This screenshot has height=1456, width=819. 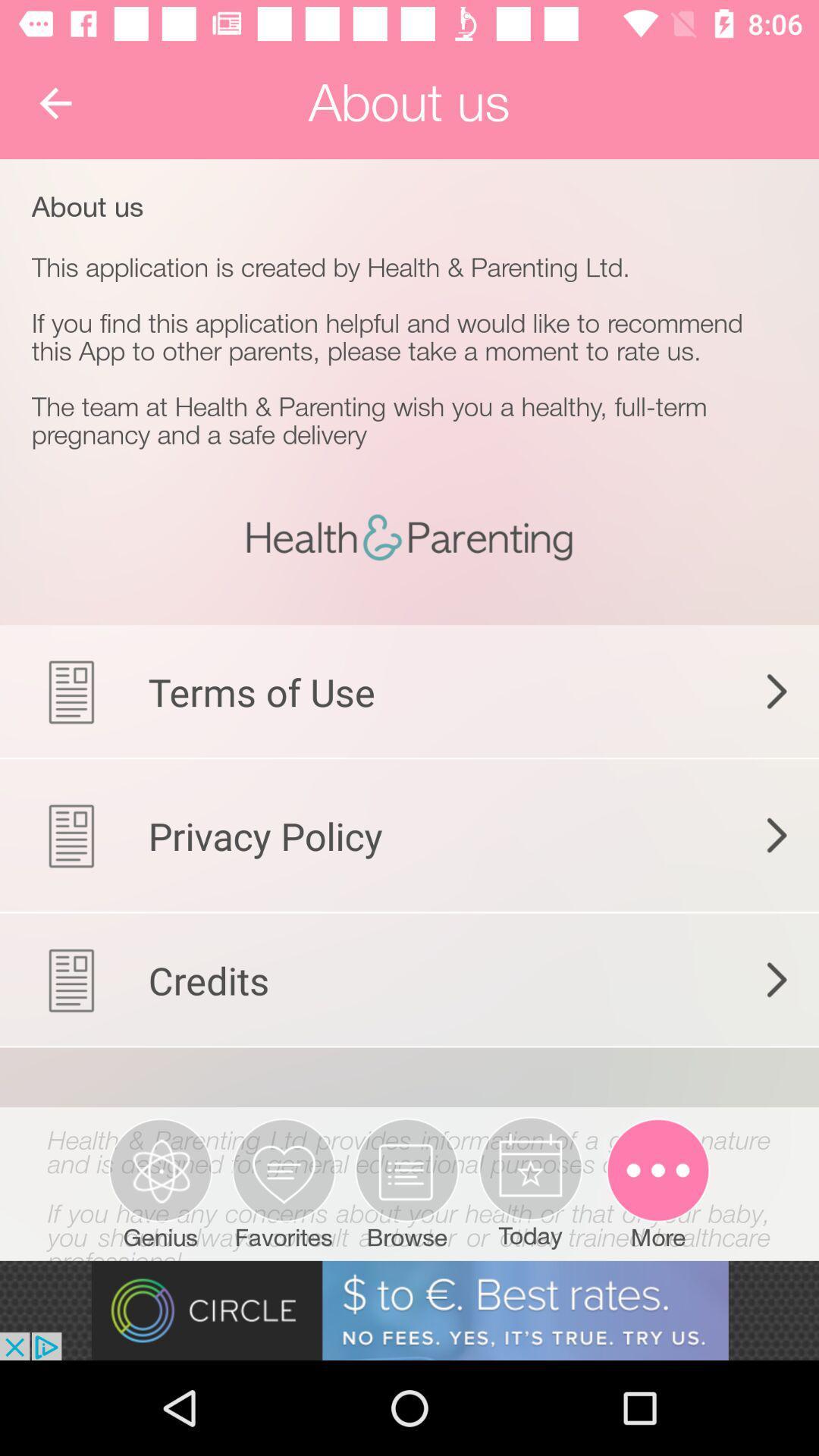 I want to click on phone app downloads, so click(x=409, y=1163).